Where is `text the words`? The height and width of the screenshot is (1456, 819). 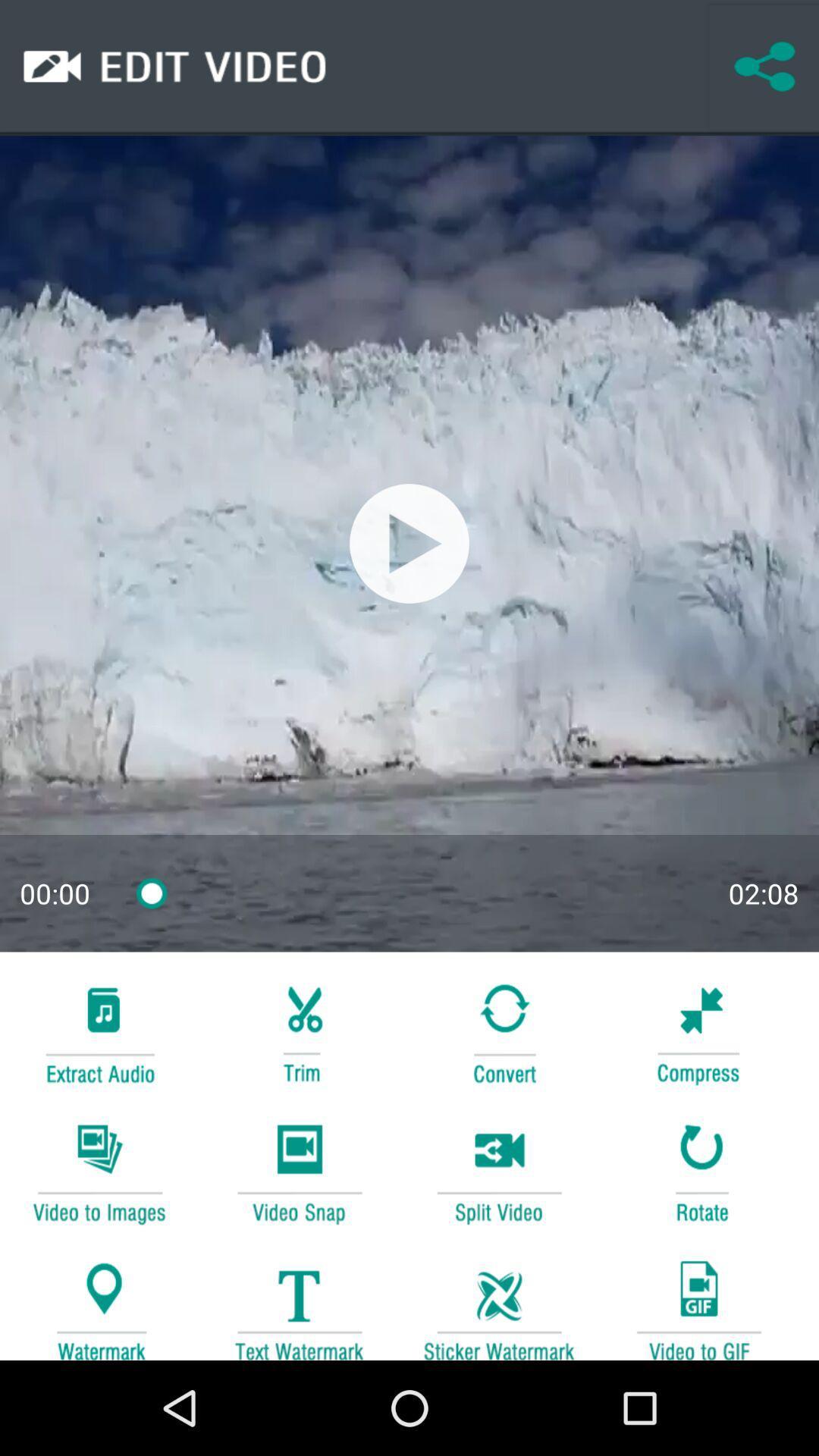
text the words is located at coordinates (299, 1302).